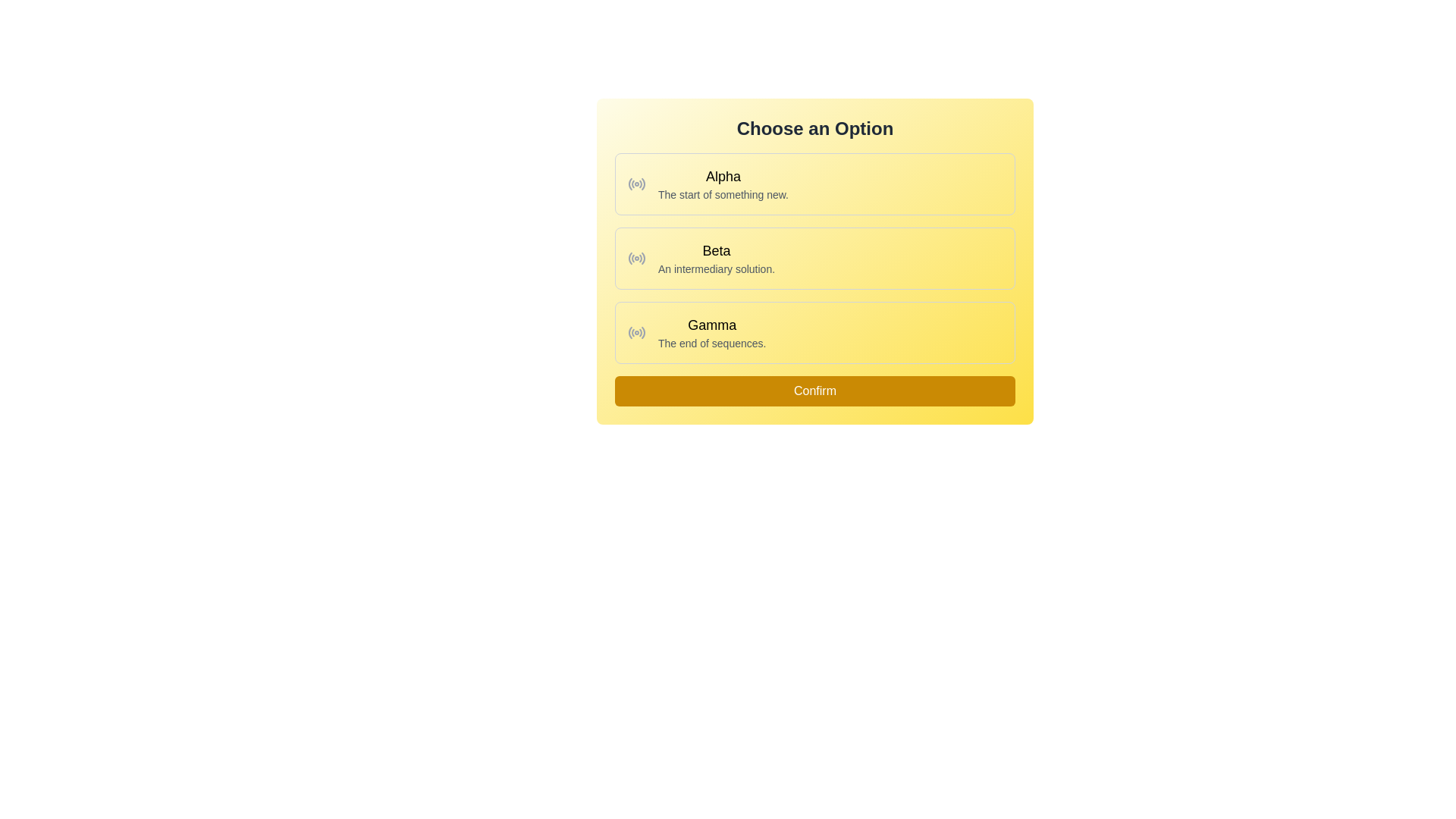 This screenshot has height=819, width=1456. What do you see at coordinates (814, 257) in the screenshot?
I see `the second selectable list item labeled 'Beta' in the option menu` at bounding box center [814, 257].